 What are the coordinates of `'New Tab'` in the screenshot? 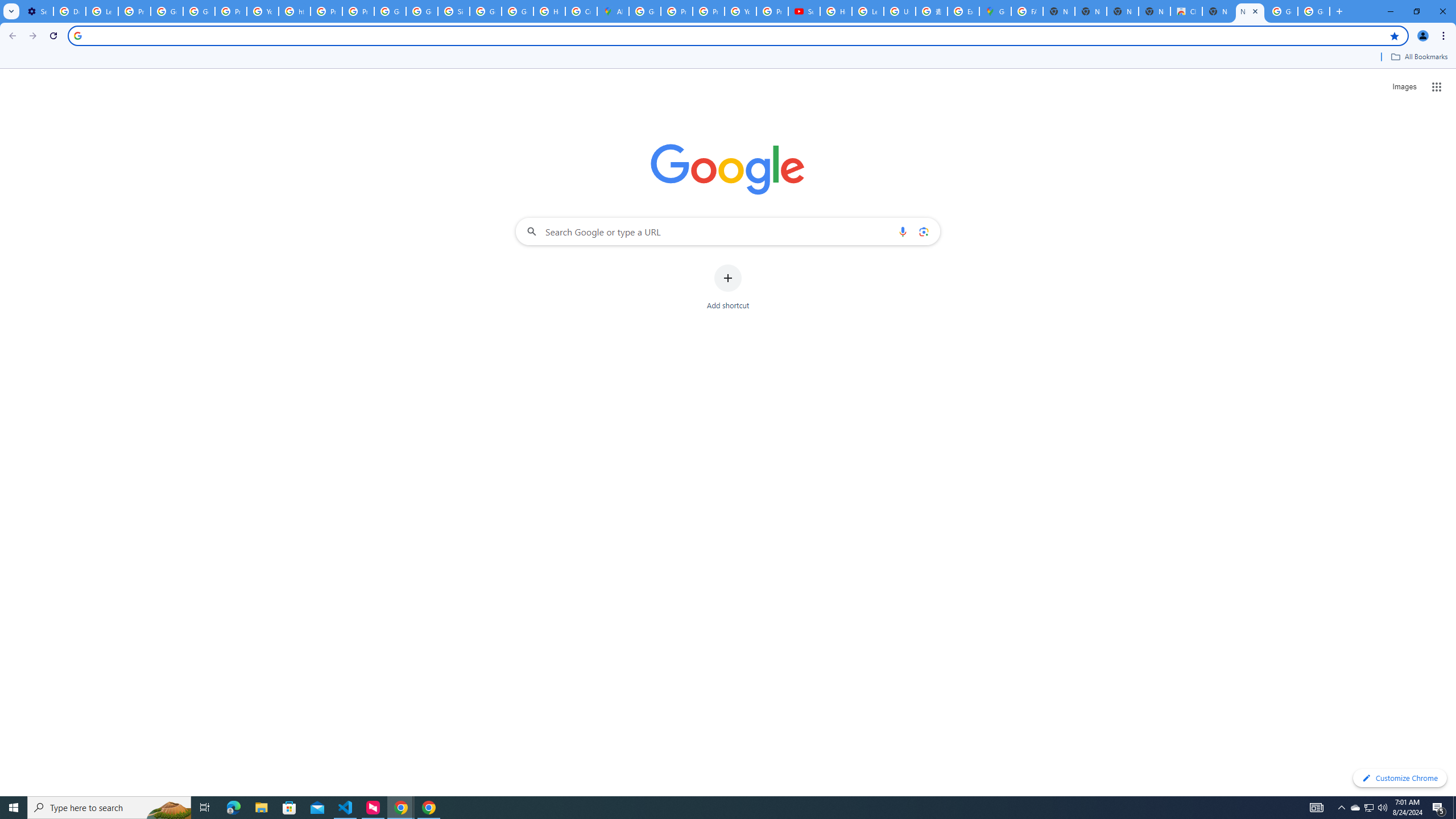 It's located at (1250, 11).